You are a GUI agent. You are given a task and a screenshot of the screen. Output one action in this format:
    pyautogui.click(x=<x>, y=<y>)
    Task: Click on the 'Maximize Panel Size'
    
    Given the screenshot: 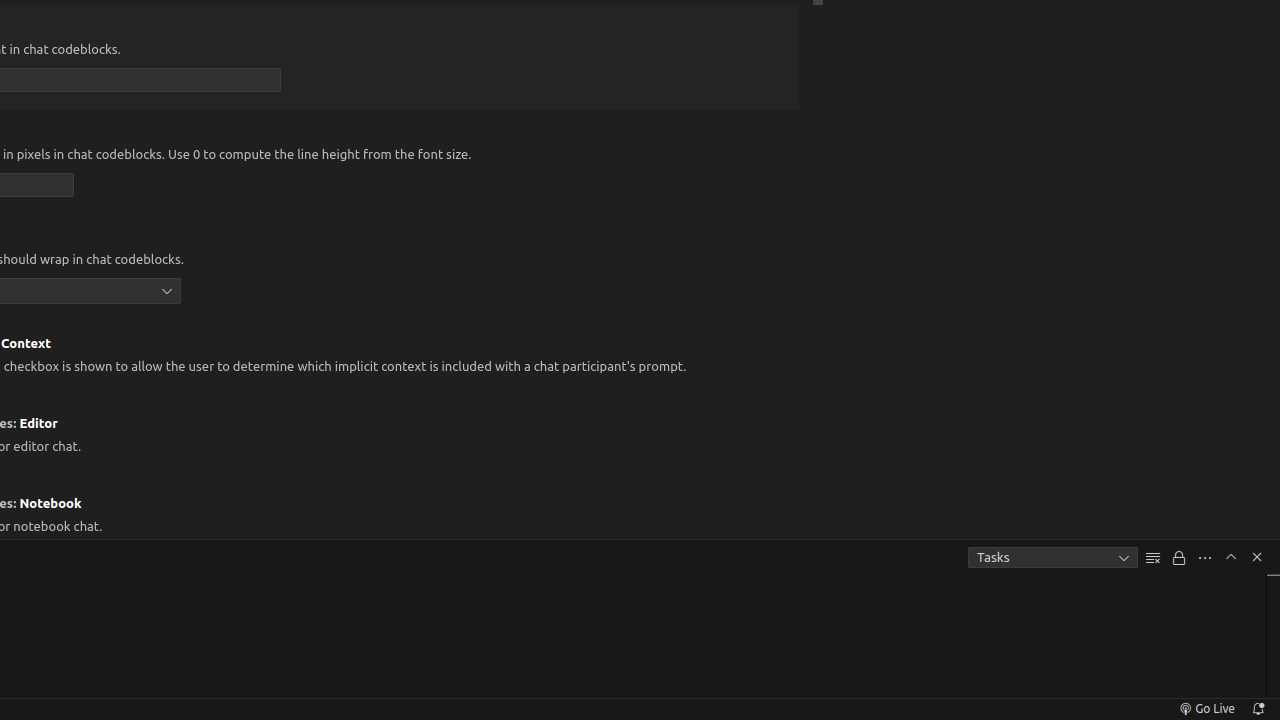 What is the action you would take?
    pyautogui.click(x=1229, y=556)
    